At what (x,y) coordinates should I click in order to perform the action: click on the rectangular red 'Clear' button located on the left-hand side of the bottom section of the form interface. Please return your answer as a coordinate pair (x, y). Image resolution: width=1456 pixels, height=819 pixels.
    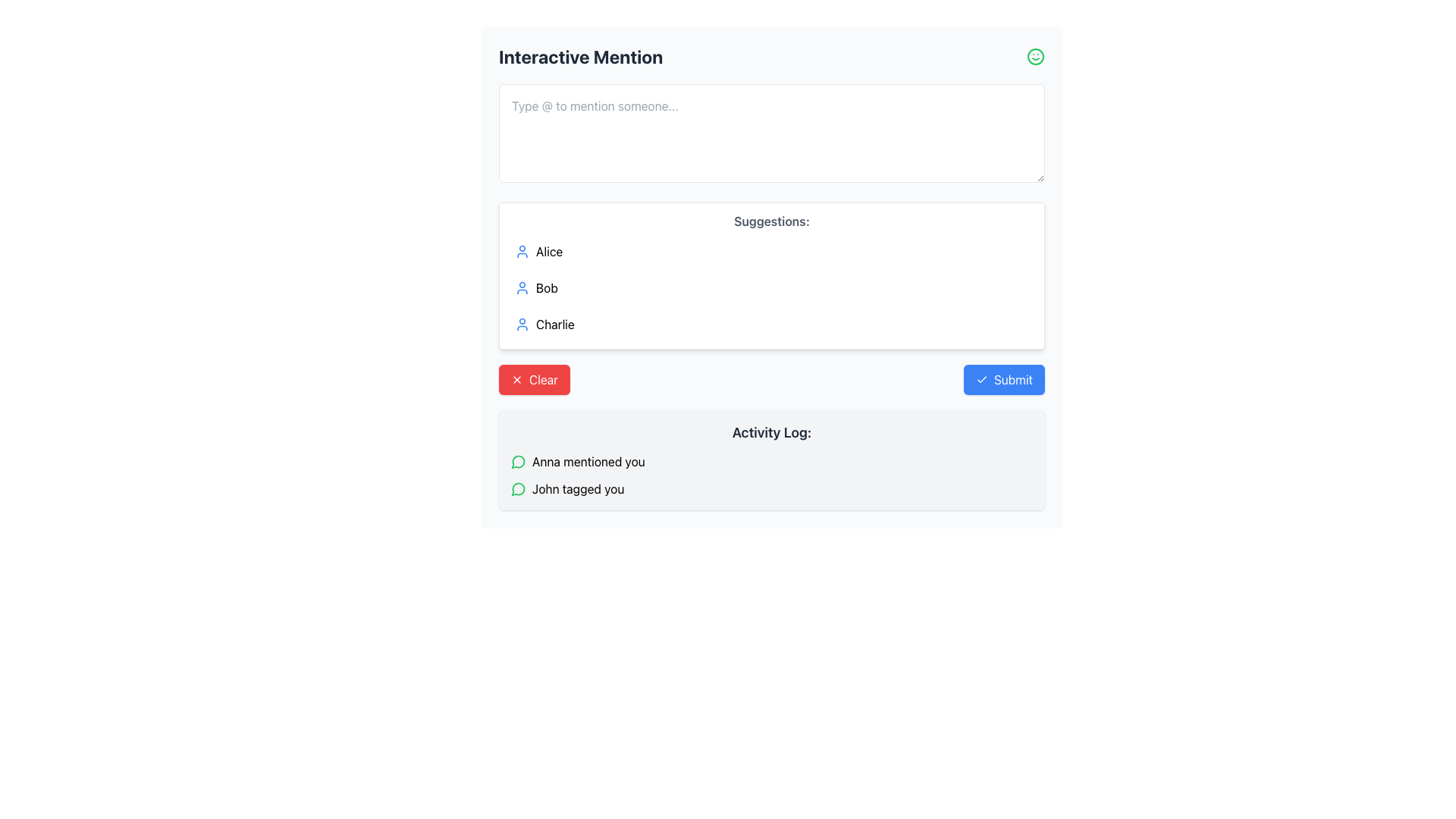
    Looking at the image, I should click on (535, 379).